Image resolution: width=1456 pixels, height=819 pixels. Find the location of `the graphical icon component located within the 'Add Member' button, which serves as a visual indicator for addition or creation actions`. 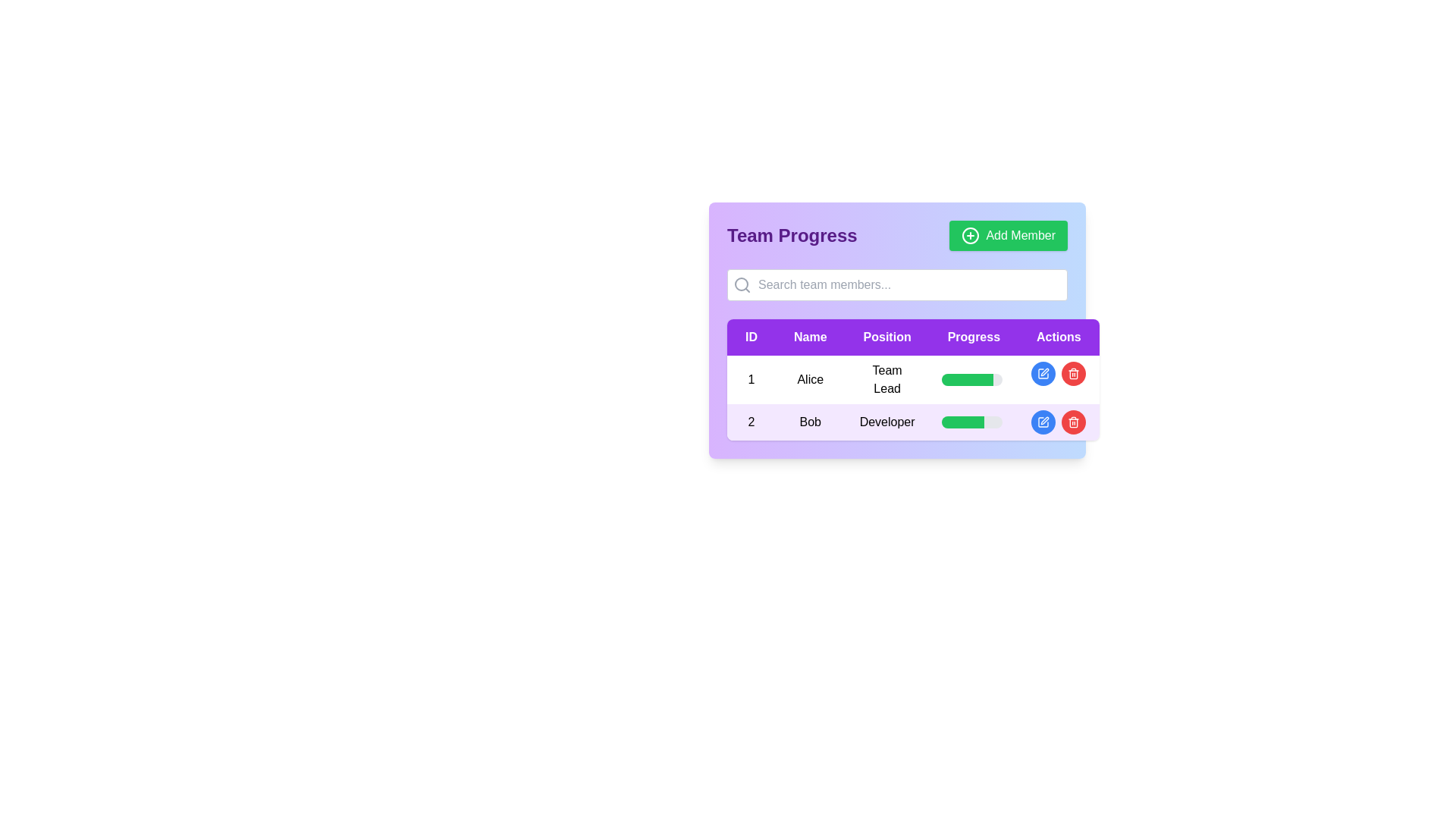

the graphical icon component located within the 'Add Member' button, which serves as a visual indicator for addition or creation actions is located at coordinates (971, 236).